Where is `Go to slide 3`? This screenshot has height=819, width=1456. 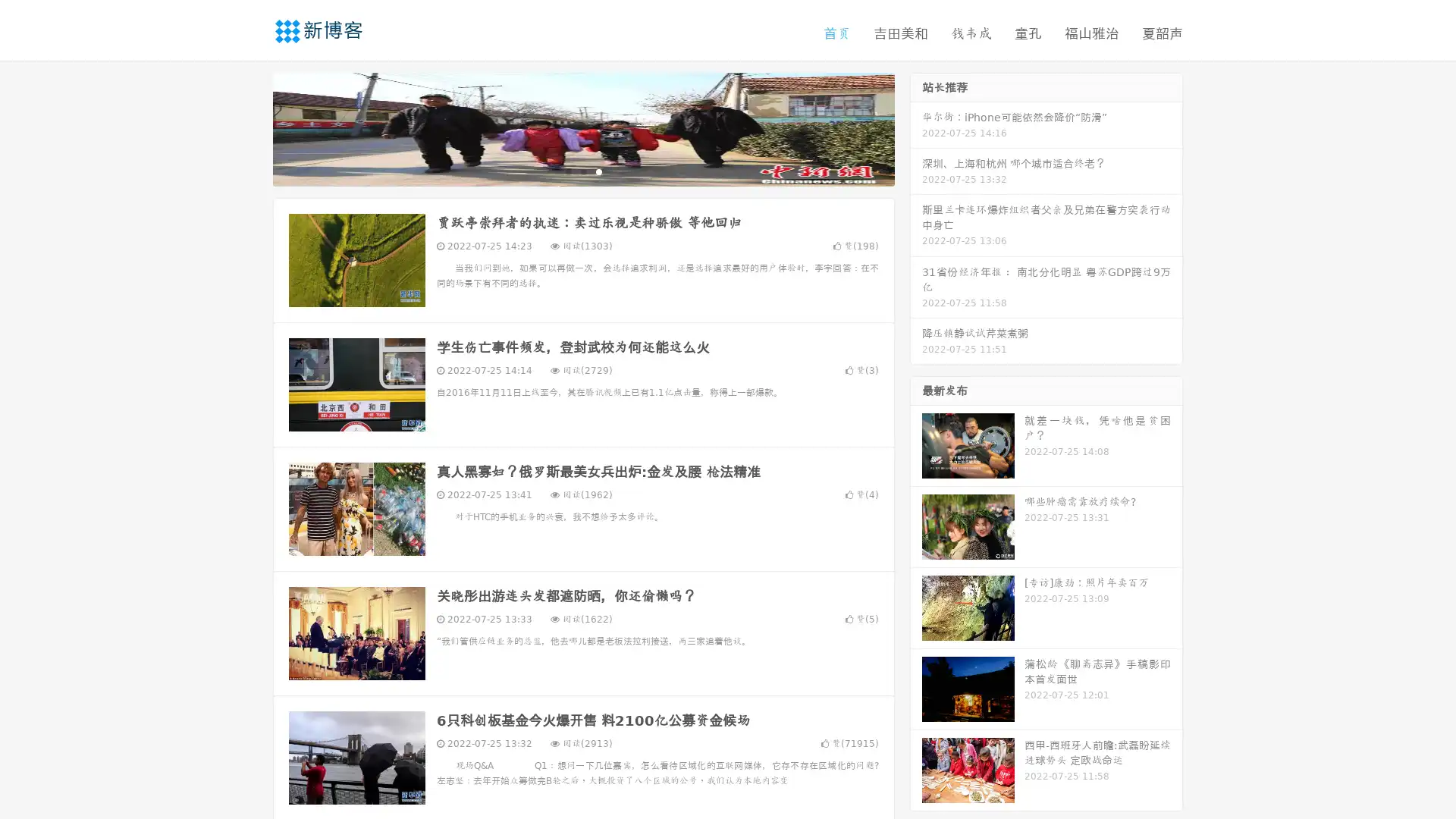 Go to slide 3 is located at coordinates (598, 171).